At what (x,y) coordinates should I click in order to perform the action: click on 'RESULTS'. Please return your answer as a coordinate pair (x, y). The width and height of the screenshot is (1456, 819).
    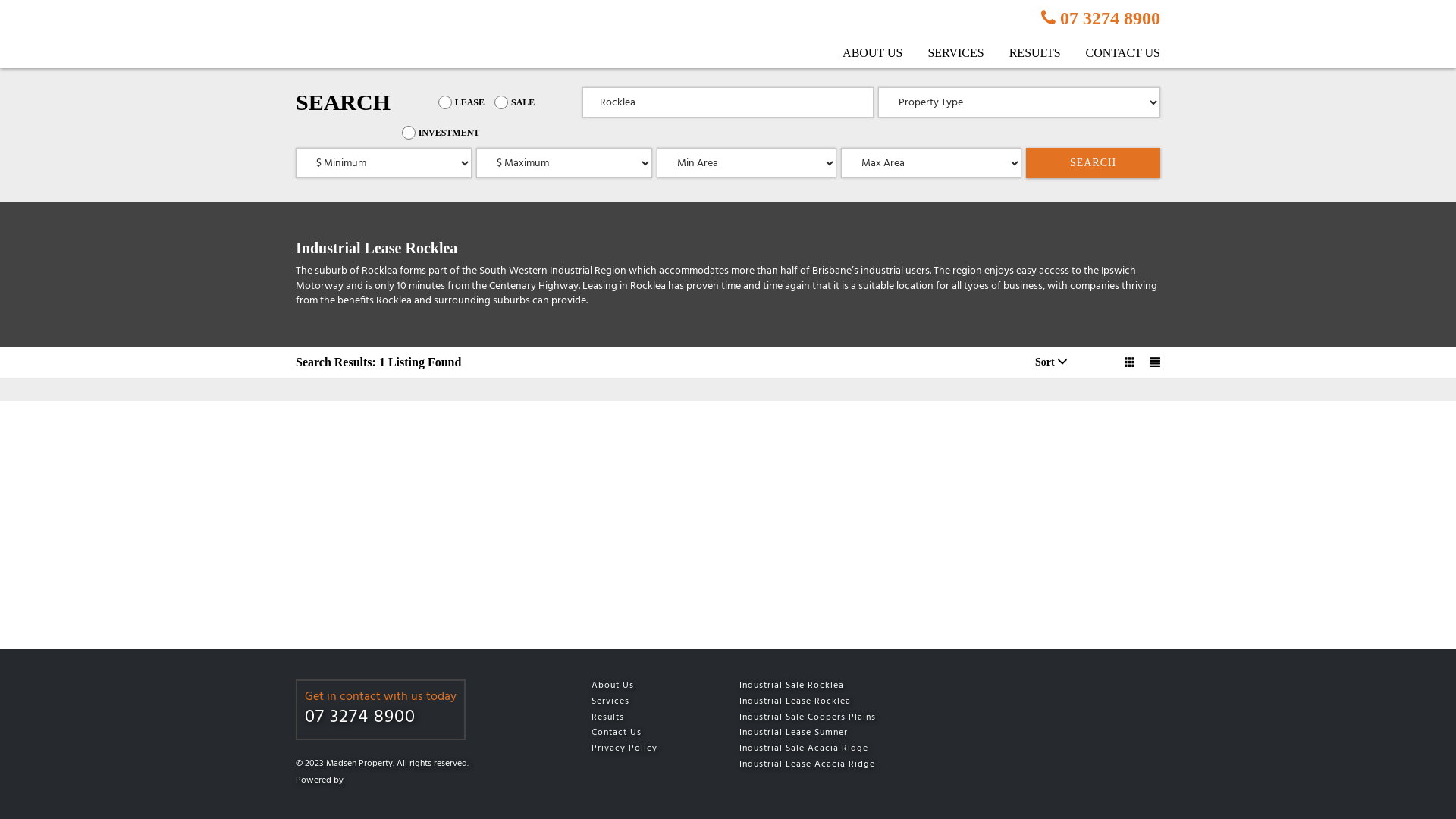
    Looking at the image, I should click on (1023, 52).